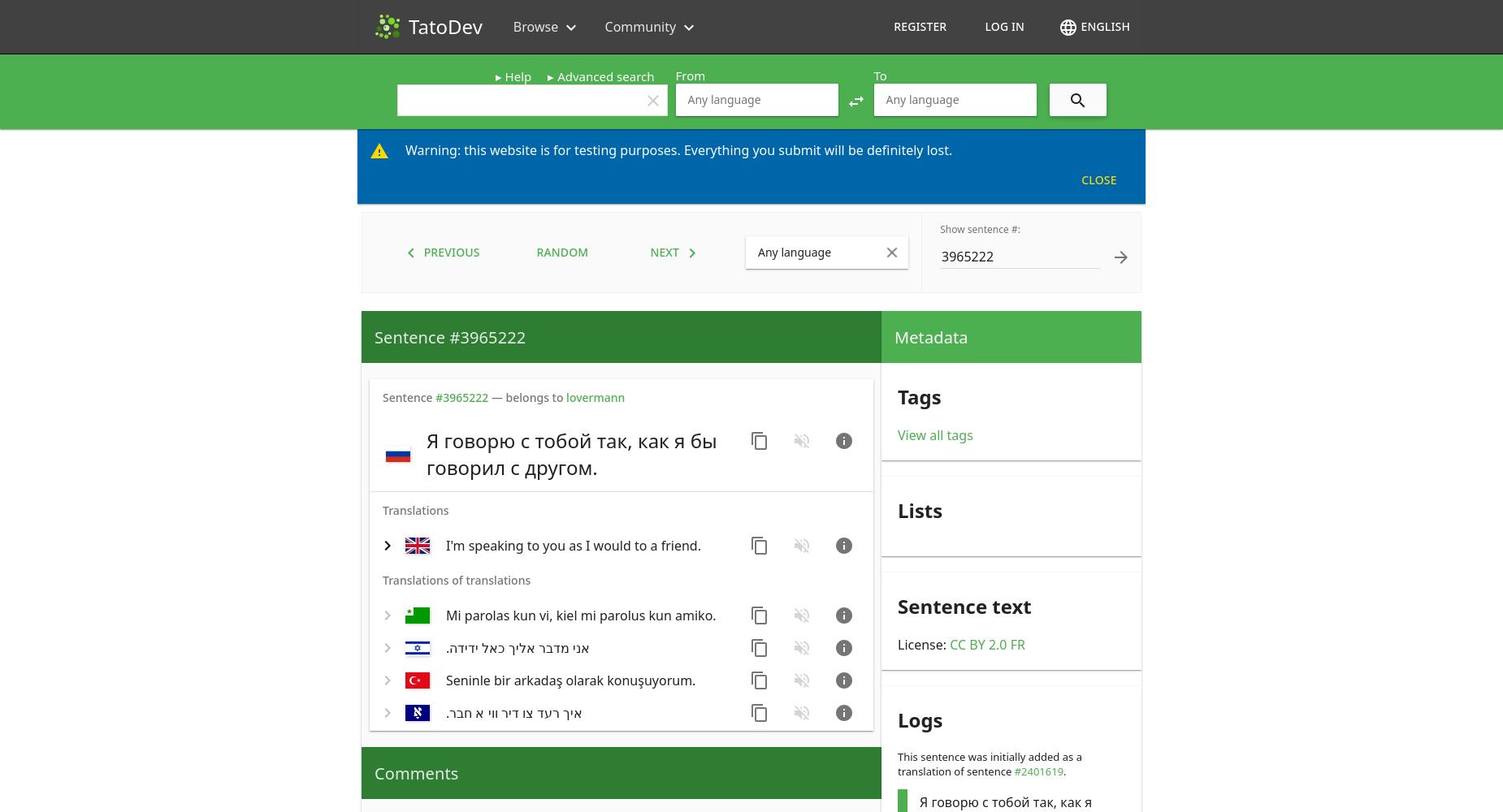  Describe the element at coordinates (461, 396) in the screenshot. I see `'#3965222'` at that location.